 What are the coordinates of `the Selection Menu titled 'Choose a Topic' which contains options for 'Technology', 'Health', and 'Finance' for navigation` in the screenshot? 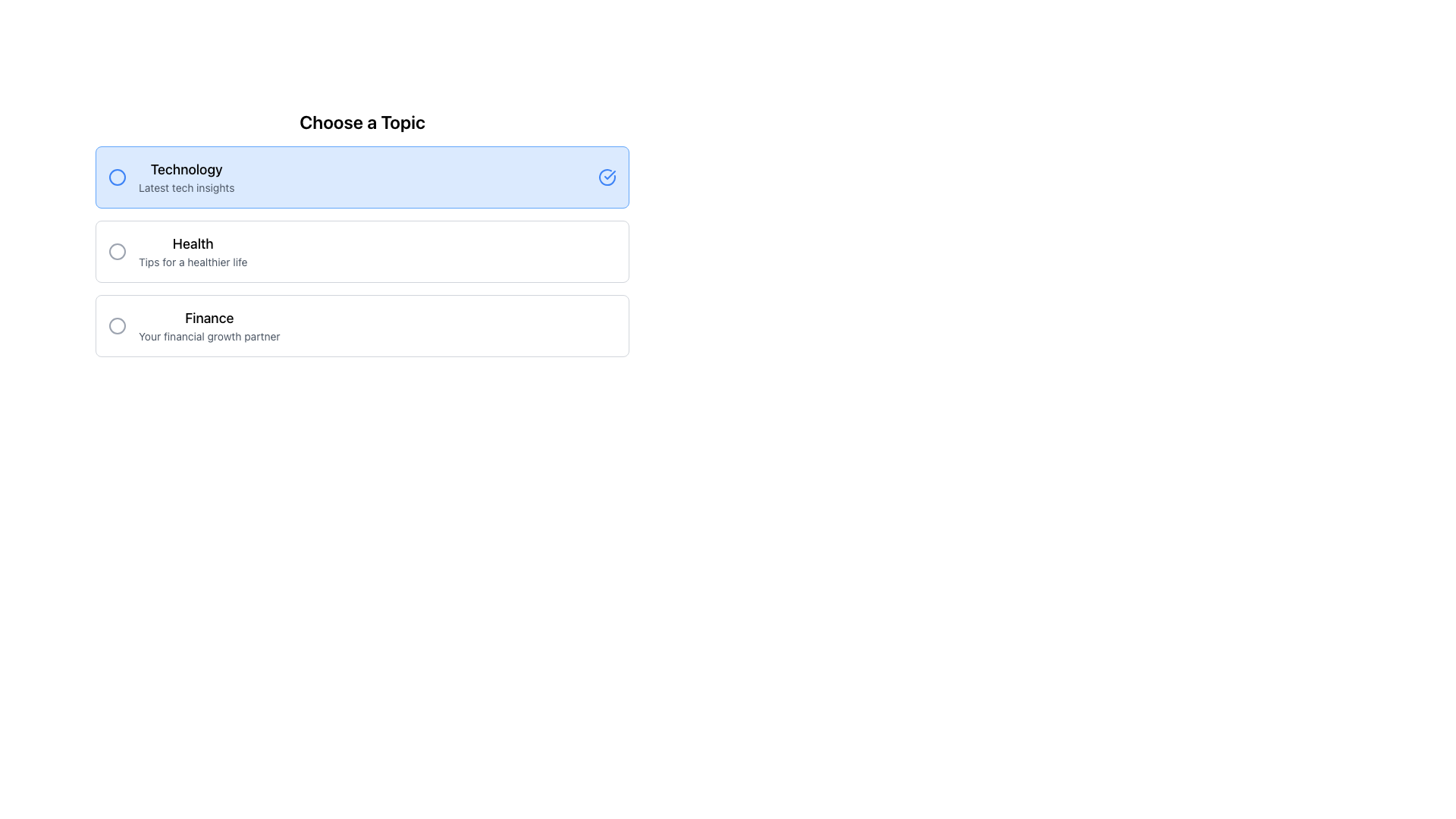 It's located at (362, 234).